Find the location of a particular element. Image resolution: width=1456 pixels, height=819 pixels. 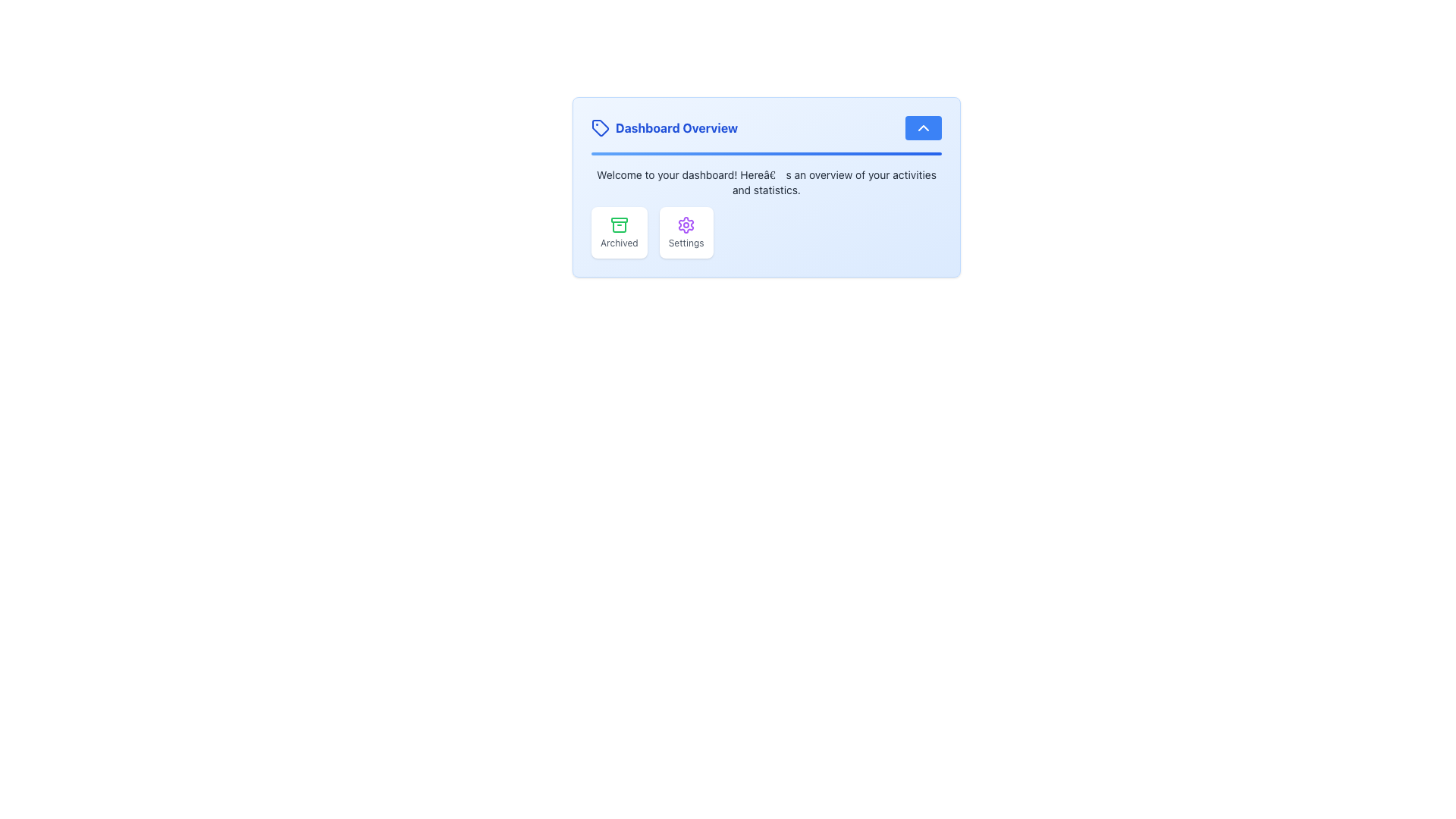

the static text label at the top-left of the dashboard, which serves as the title for the dashboard is located at coordinates (664, 127).